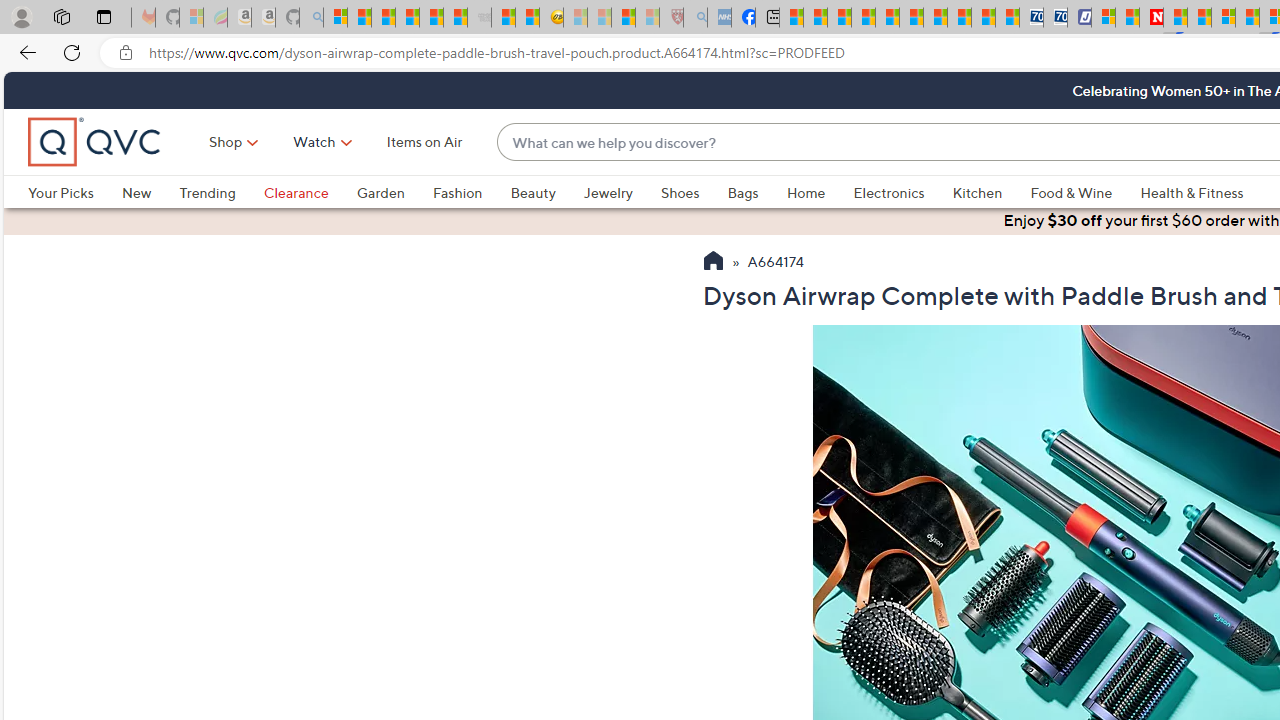  I want to click on 'Your Picks', so click(74, 192).